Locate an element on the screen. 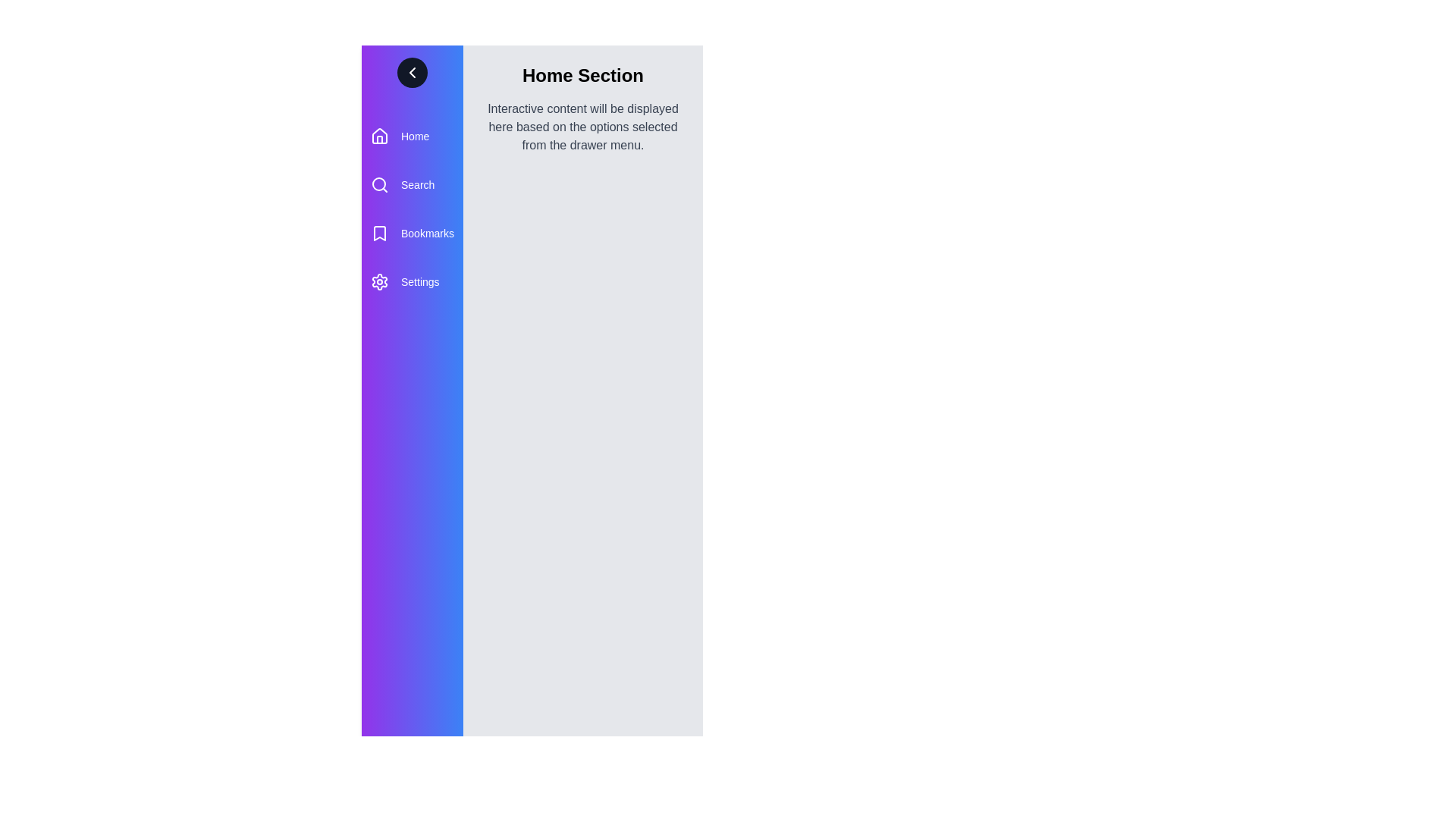 The width and height of the screenshot is (1456, 819). the menu item Bookmarks is located at coordinates (412, 234).